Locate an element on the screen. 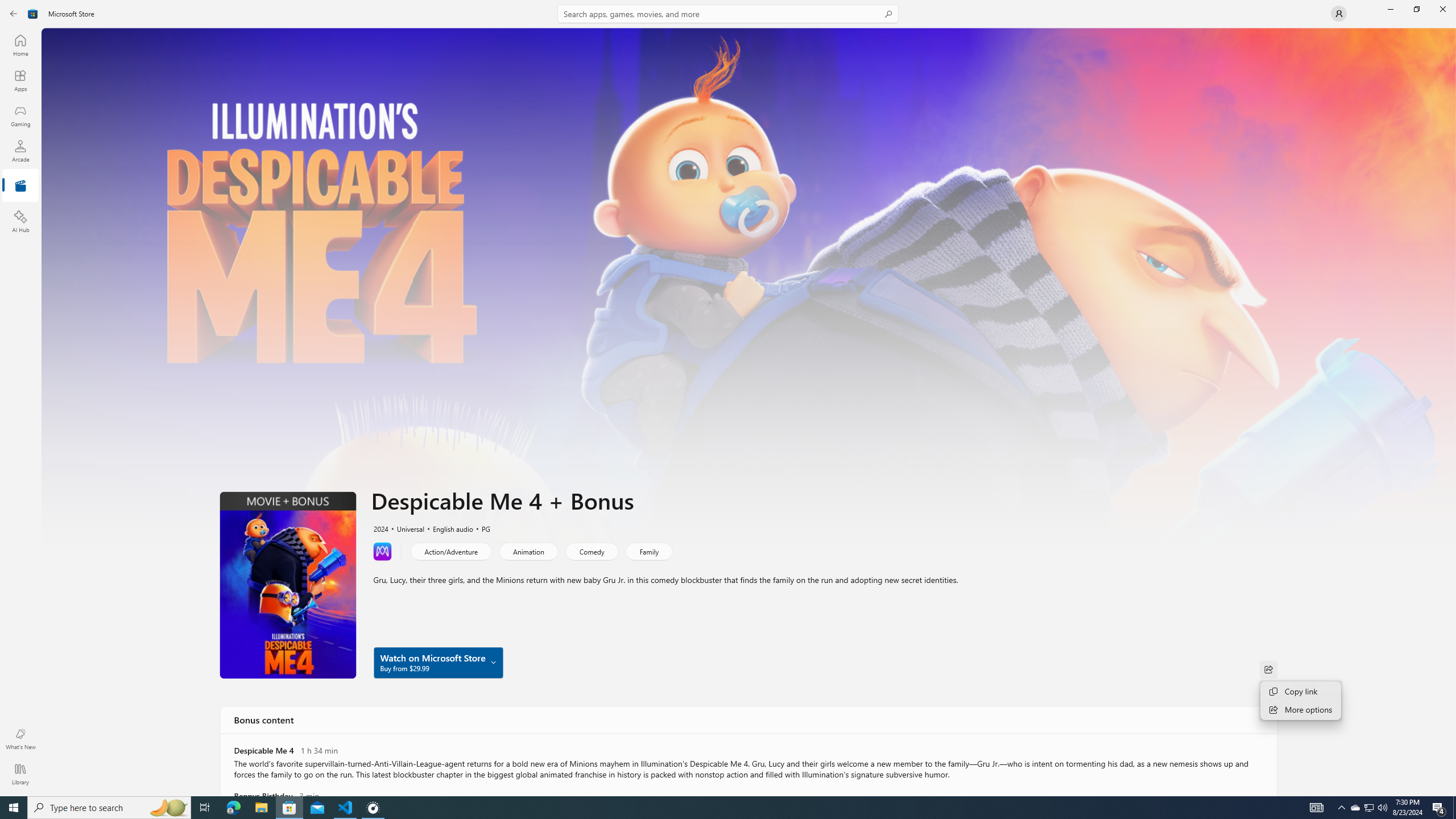 This screenshot has width=1456, height=819. 'Library' is located at coordinates (19, 773).